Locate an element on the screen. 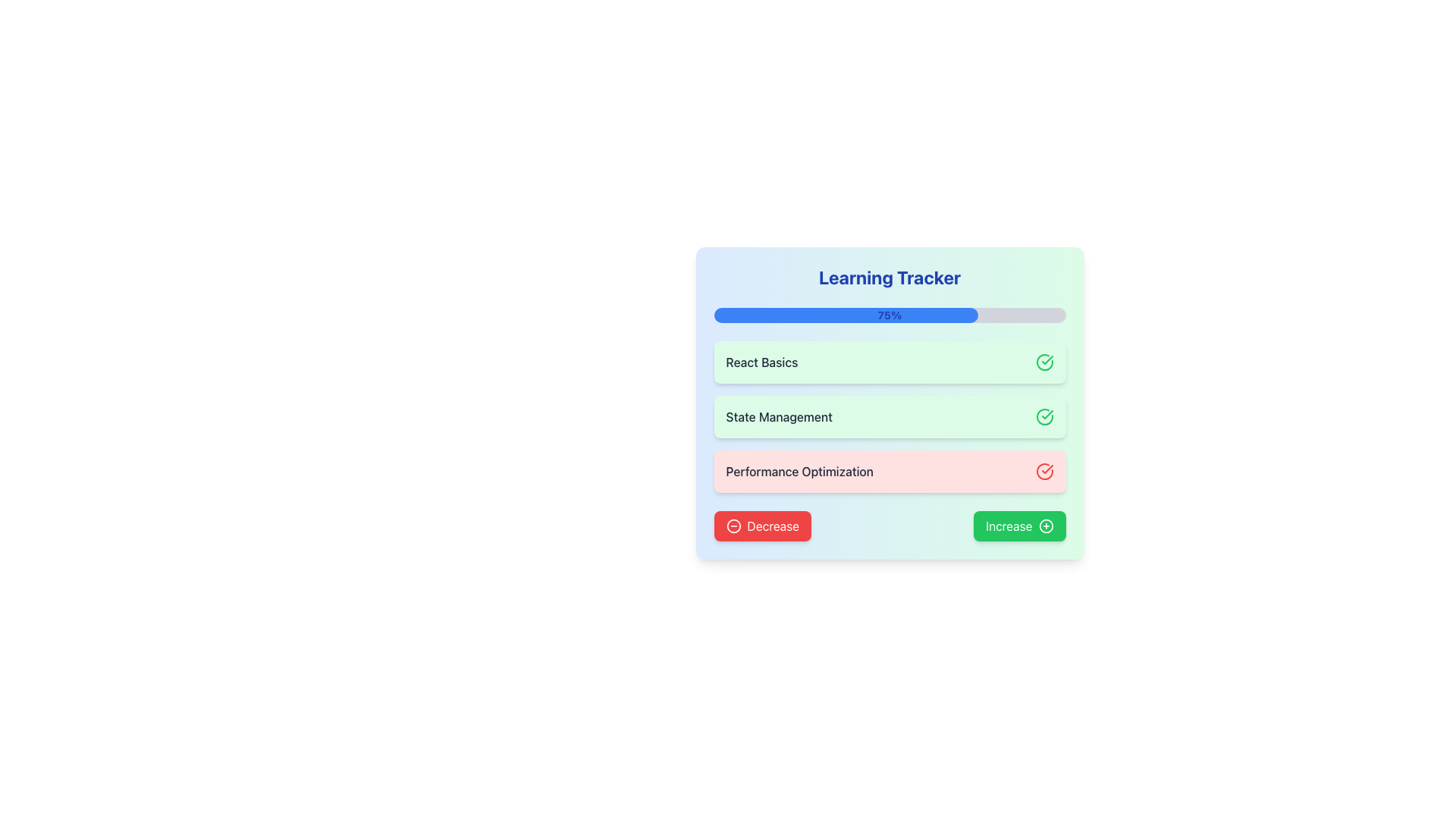  the status text on the Information display card labeled 'State Management', which is centrally positioned in the second row of a vertical stack of three rows is located at coordinates (890, 403).